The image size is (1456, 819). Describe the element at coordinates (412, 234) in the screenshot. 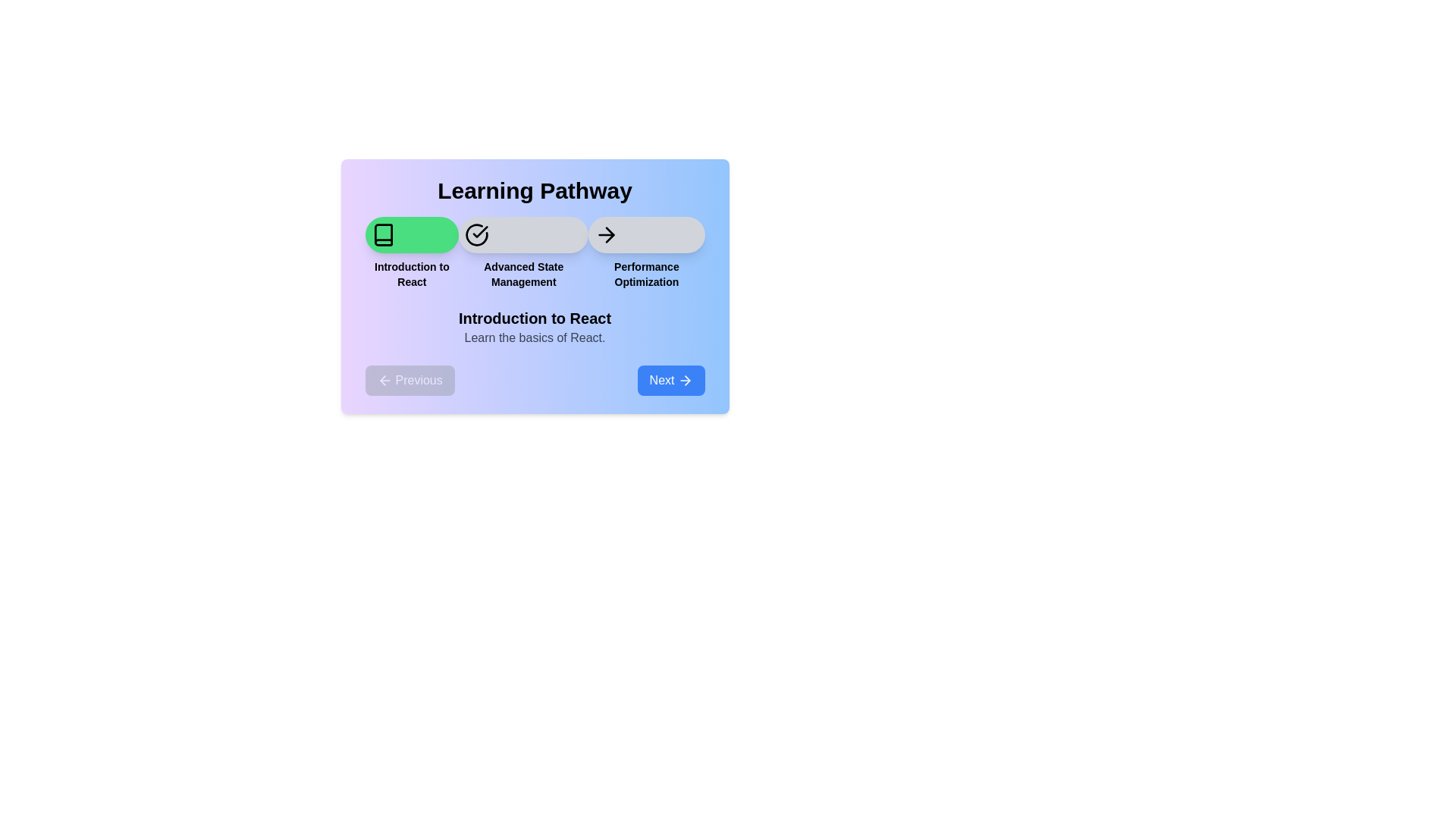

I see `the step icon corresponding to Introduction to React` at that location.